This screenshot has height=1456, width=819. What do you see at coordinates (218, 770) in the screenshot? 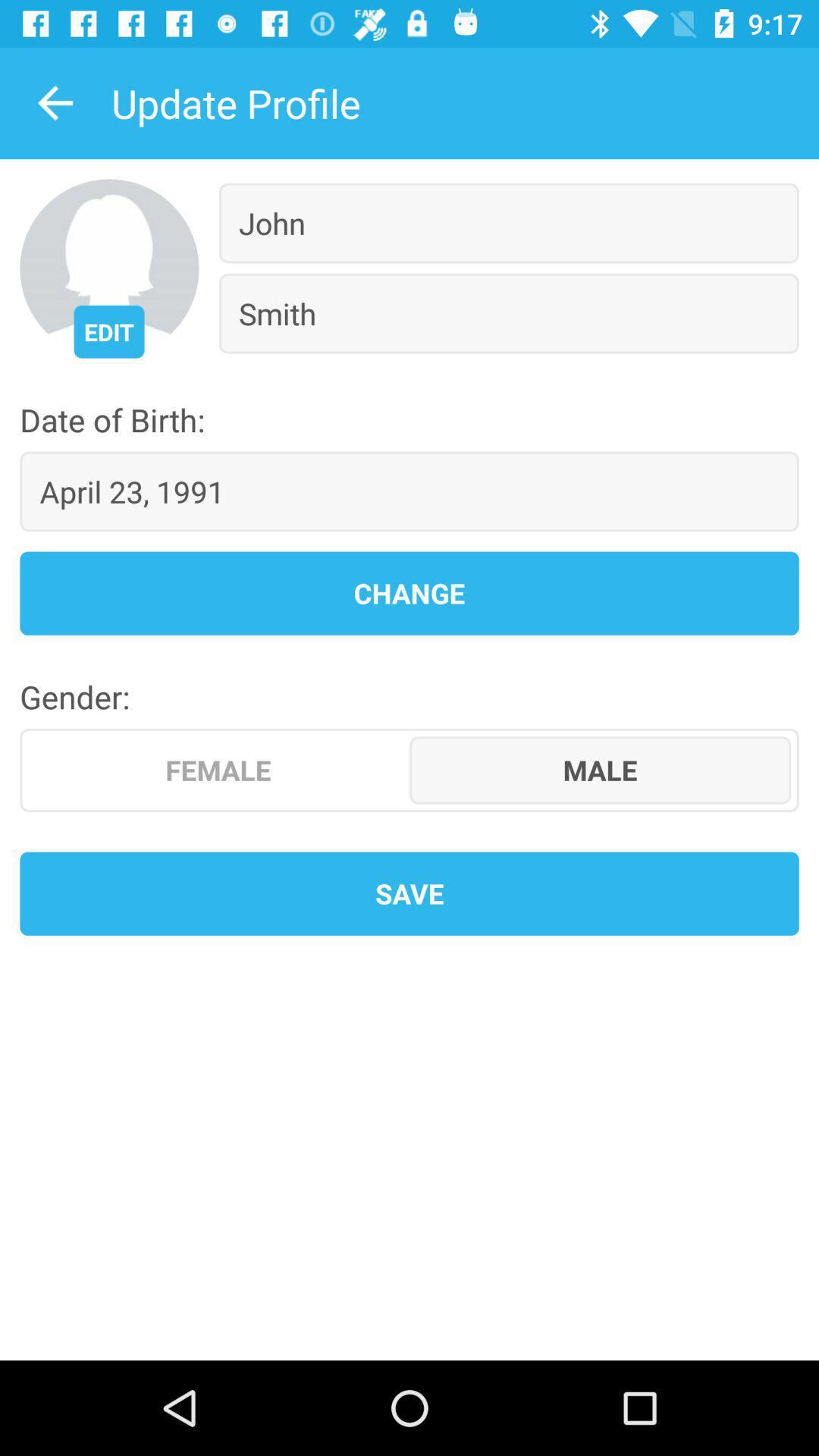
I see `female icon` at bounding box center [218, 770].